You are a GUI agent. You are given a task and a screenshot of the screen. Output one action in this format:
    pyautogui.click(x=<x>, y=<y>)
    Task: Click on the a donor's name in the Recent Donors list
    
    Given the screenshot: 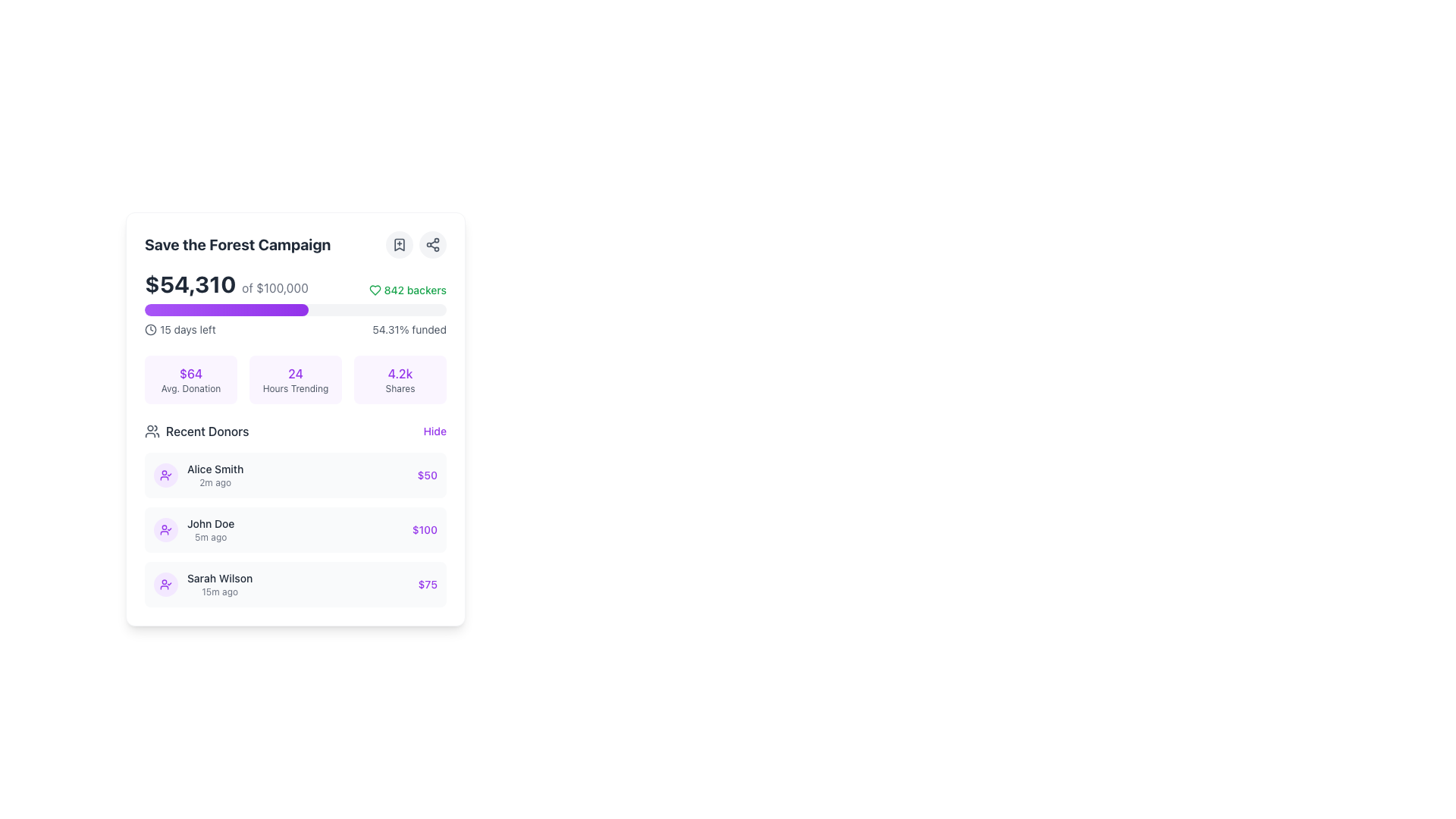 What is the action you would take?
    pyautogui.click(x=295, y=529)
    